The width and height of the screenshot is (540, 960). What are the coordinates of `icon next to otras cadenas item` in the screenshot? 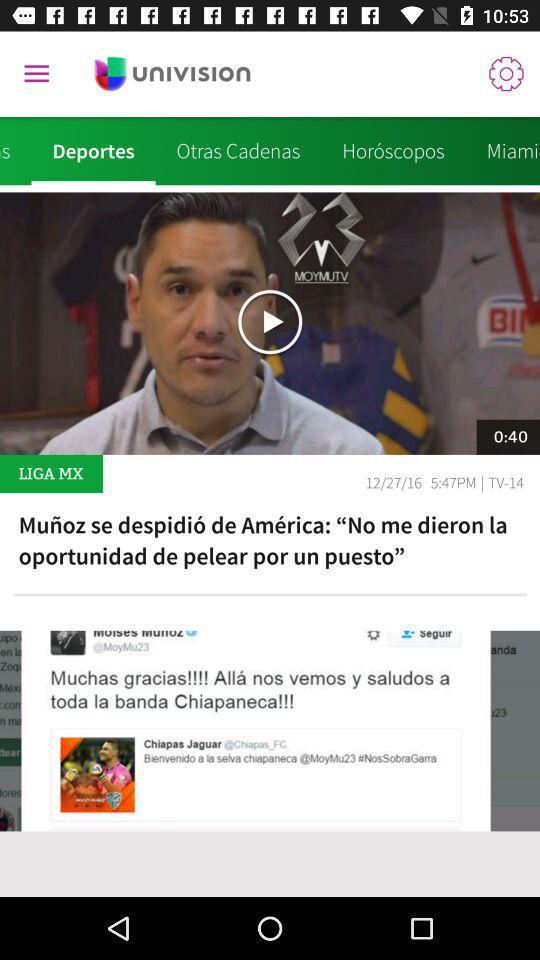 It's located at (393, 150).